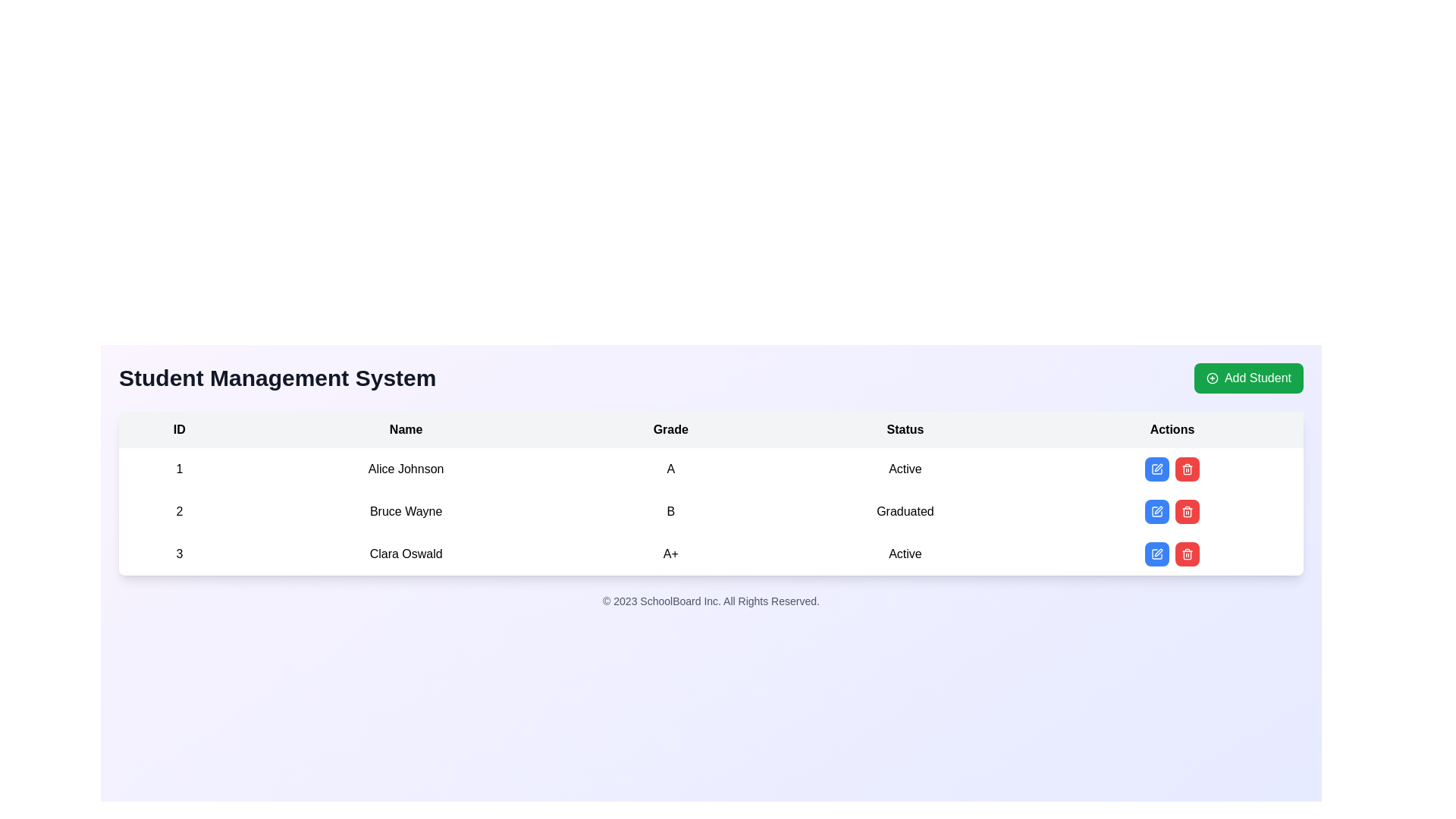  What do you see at coordinates (670, 512) in the screenshot?
I see `the grade display element for the student 'Bruce Wayne' located in the third cell of the second row under the 'Grade' column` at bounding box center [670, 512].